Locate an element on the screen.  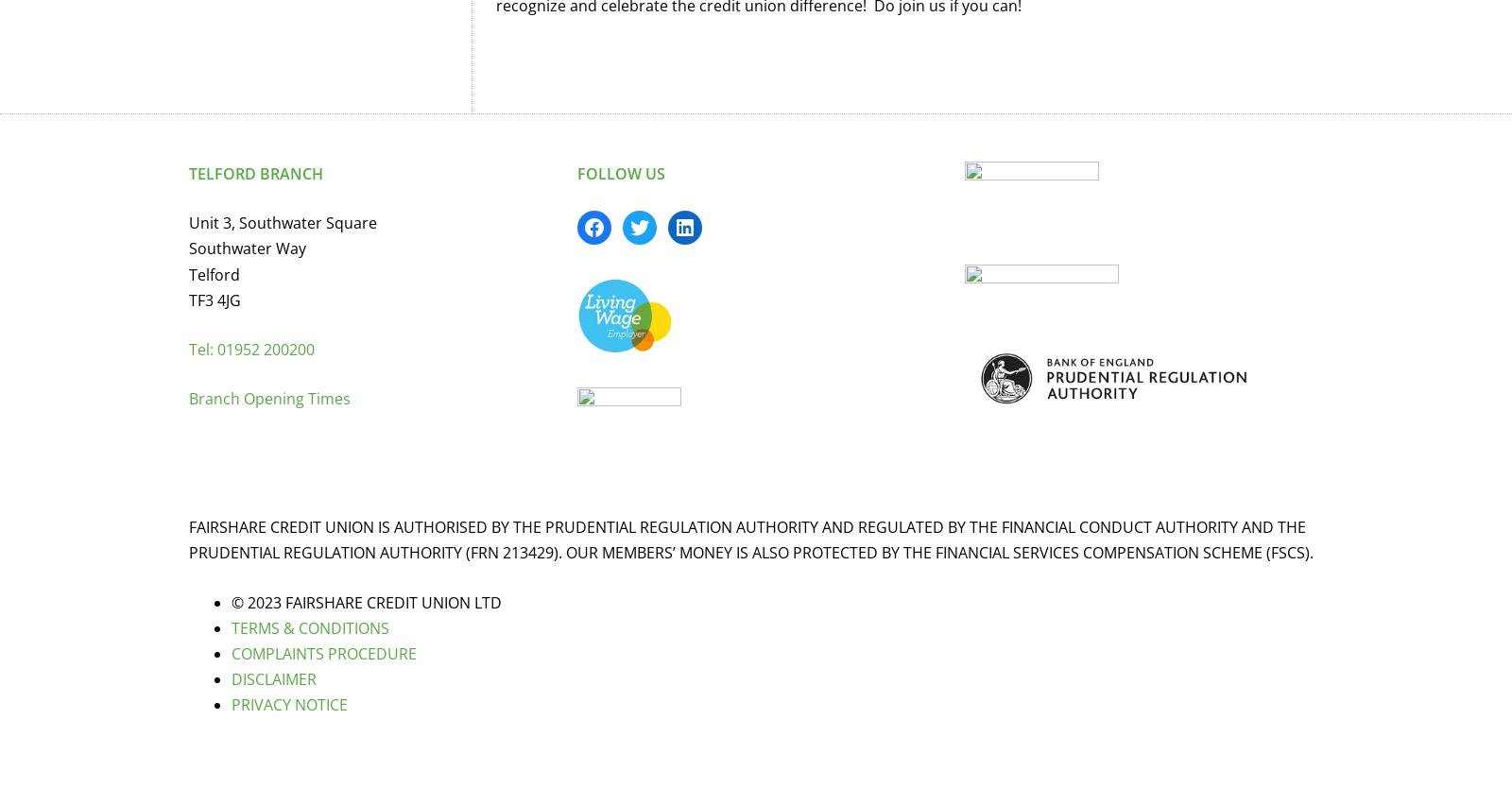
'Tel: 01952 200200' is located at coordinates (251, 347).